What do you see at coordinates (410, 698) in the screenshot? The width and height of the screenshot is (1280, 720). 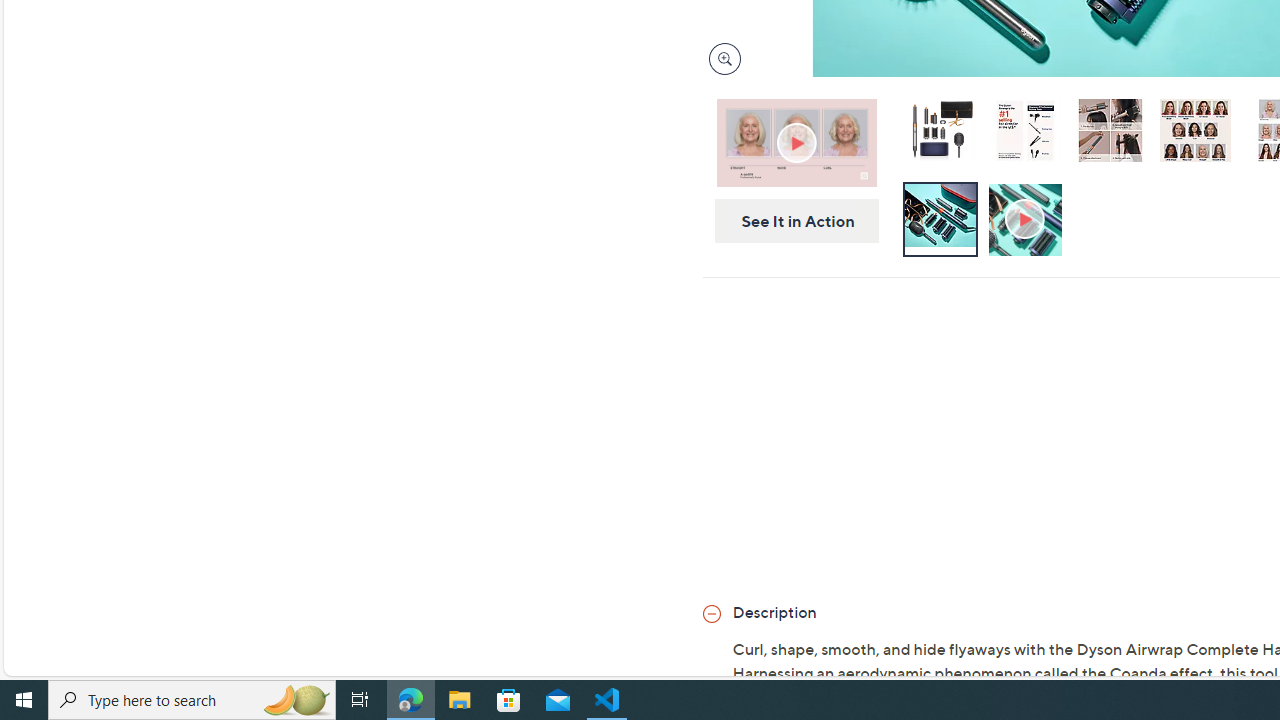 I see `'Microsoft Edge - 1 running window'` at bounding box center [410, 698].